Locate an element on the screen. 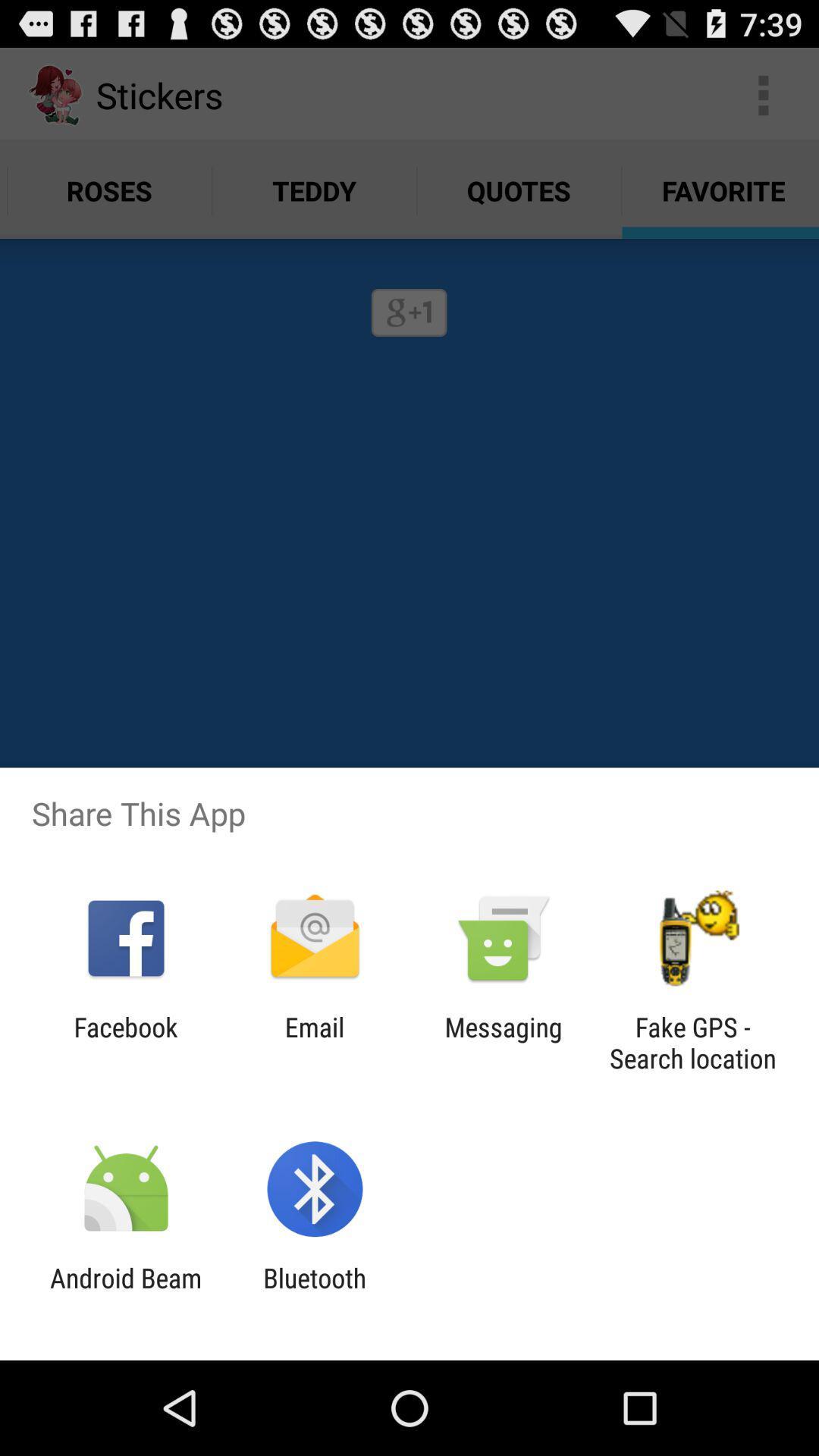 The width and height of the screenshot is (819, 1456). app next to messaging app is located at coordinates (314, 1042).